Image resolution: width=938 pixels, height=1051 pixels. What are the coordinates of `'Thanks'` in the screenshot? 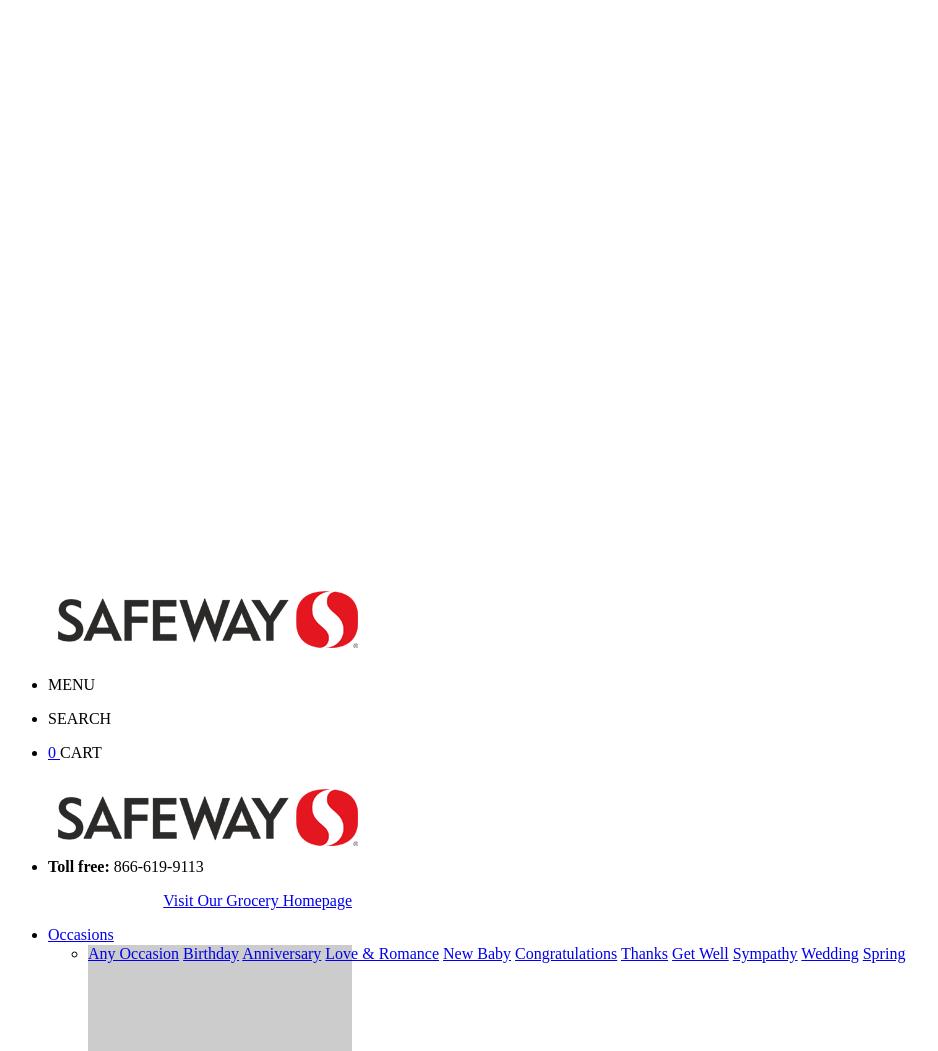 It's located at (643, 952).